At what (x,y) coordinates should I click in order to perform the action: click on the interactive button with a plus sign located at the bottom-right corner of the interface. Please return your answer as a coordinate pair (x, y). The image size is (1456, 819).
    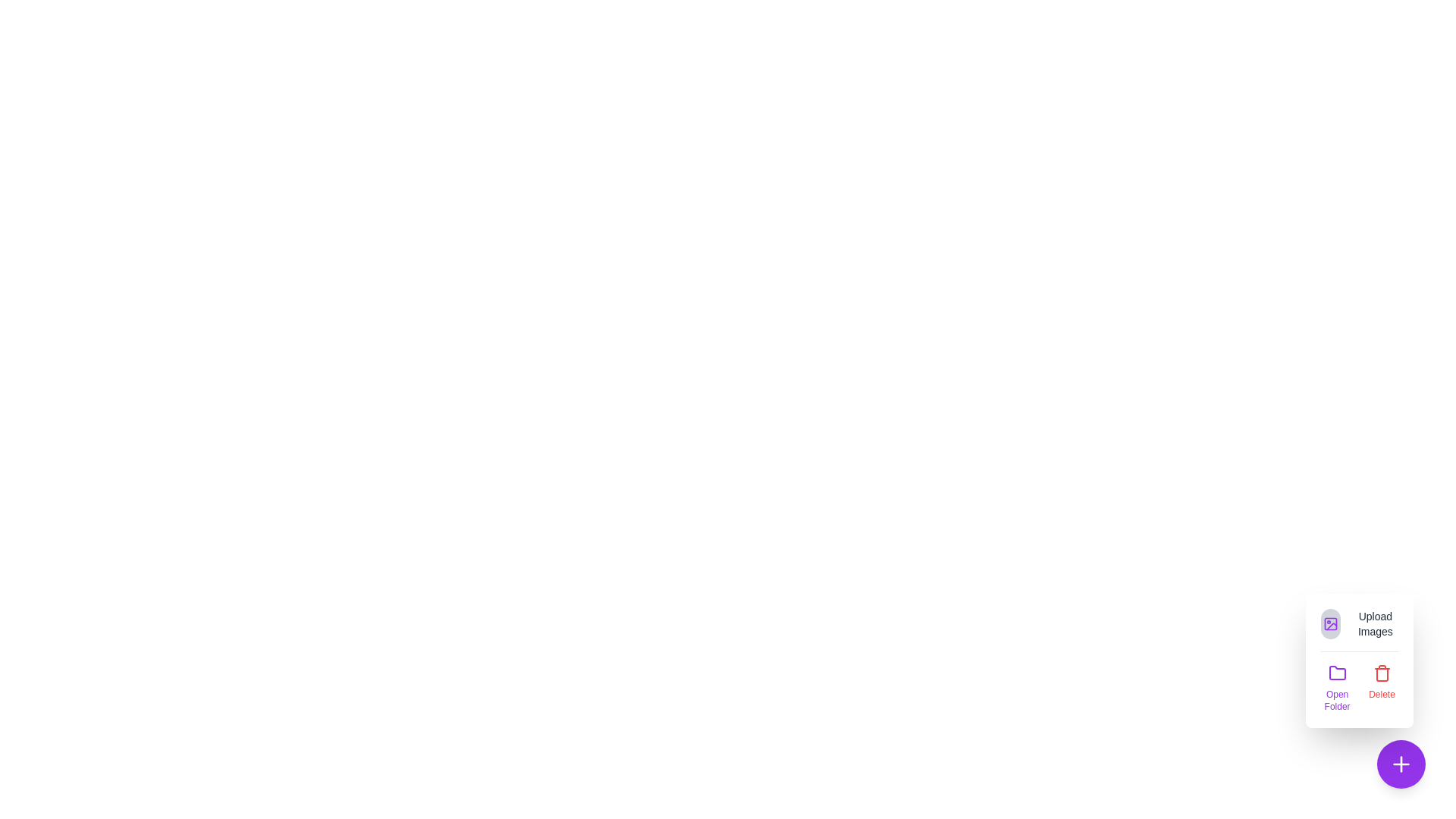
    Looking at the image, I should click on (1401, 764).